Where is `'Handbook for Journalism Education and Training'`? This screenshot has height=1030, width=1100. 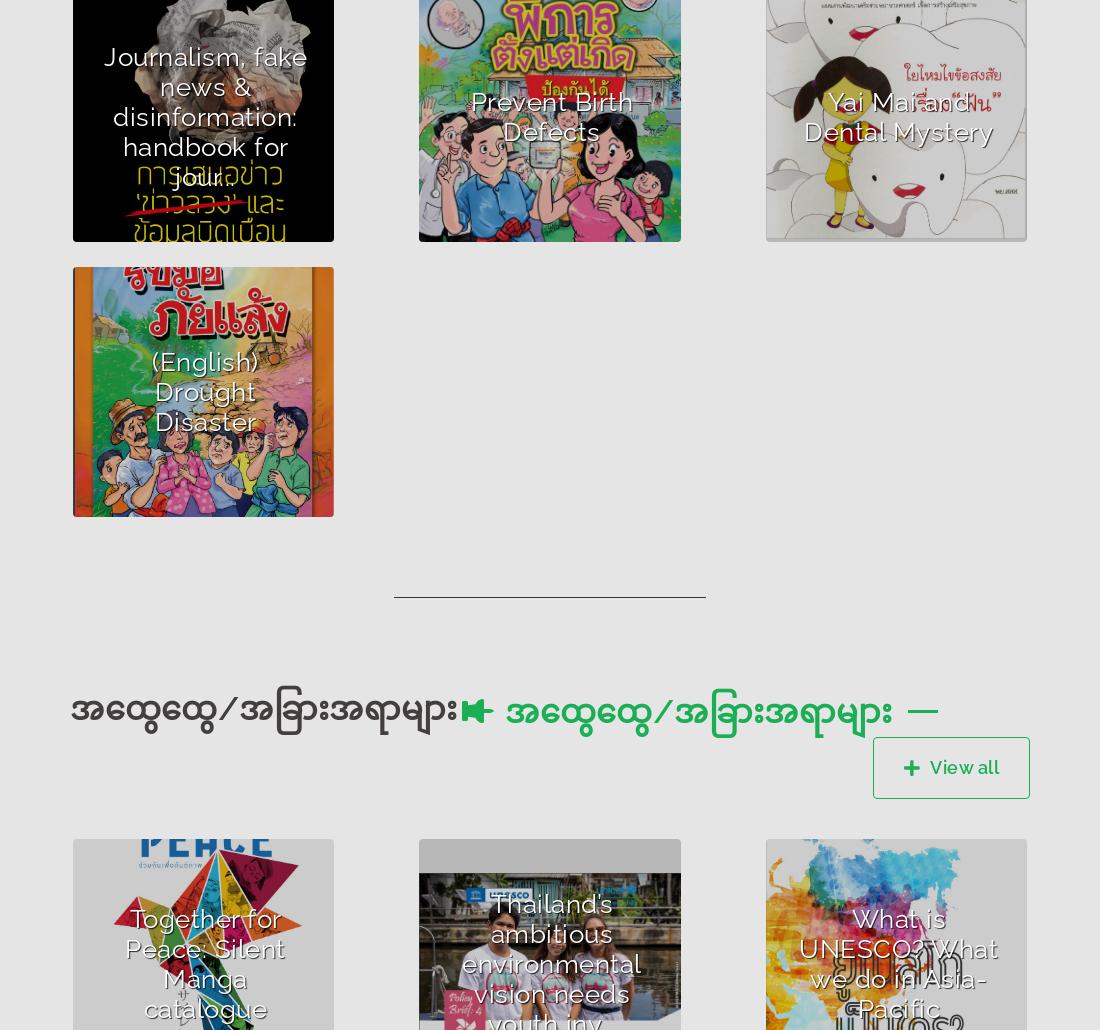 'Handbook for Journalism Education and Training' is located at coordinates (199, 138).